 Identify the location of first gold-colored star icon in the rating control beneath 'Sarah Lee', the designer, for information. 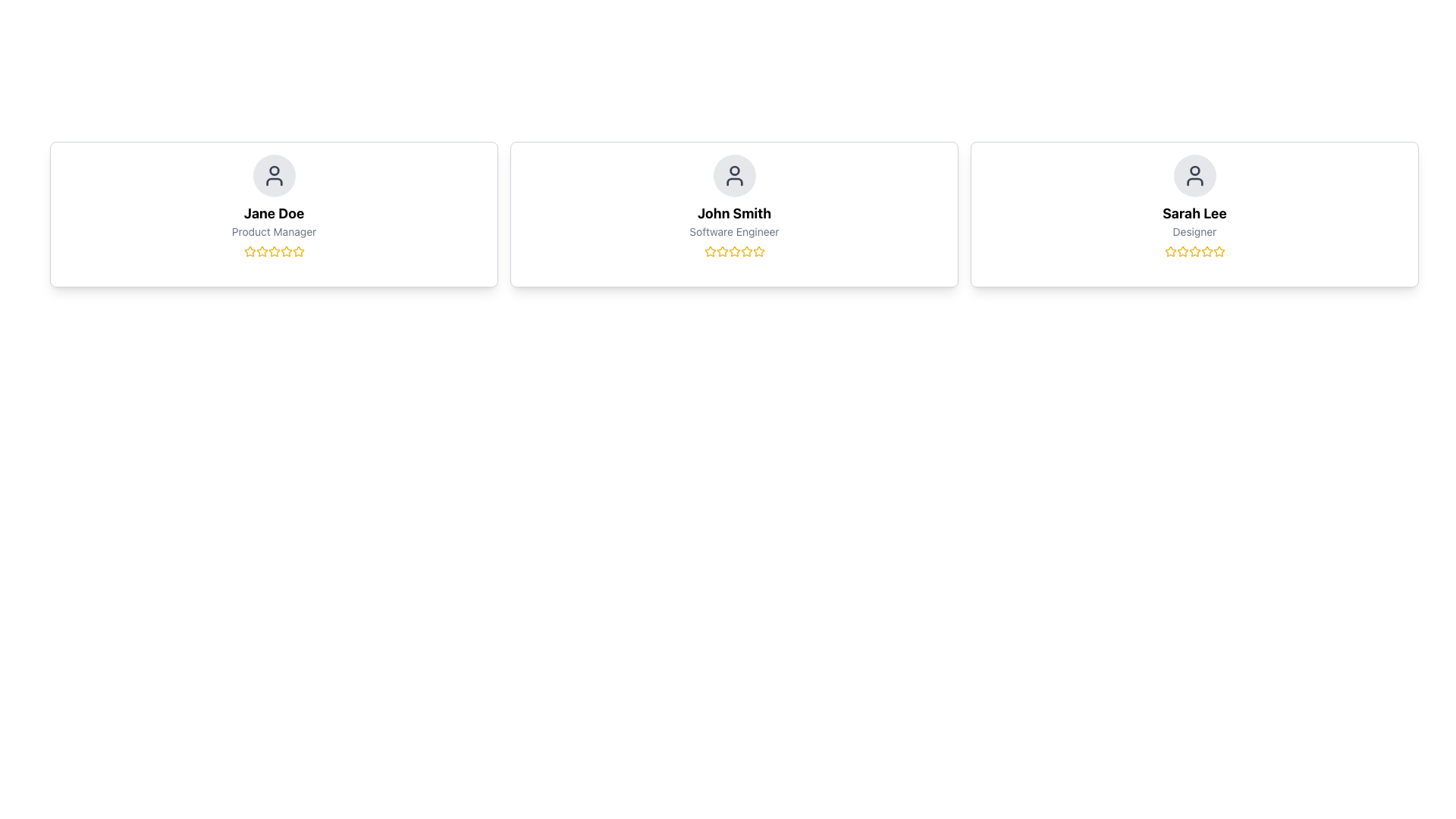
(1181, 250).